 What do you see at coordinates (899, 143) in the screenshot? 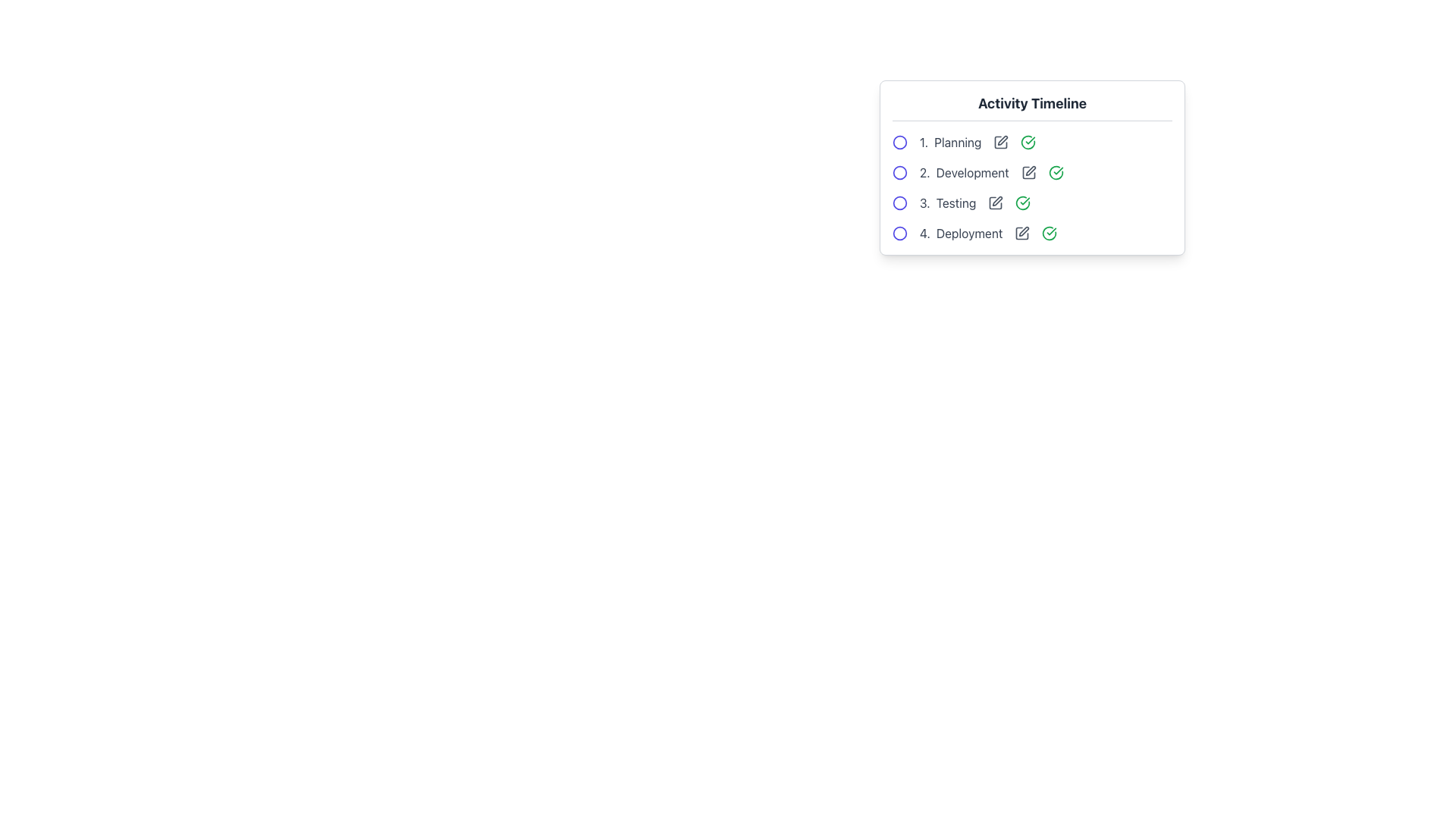
I see `the SVG graphic circle indicating '1. Planning' in the 'Activity Timeline' section` at bounding box center [899, 143].